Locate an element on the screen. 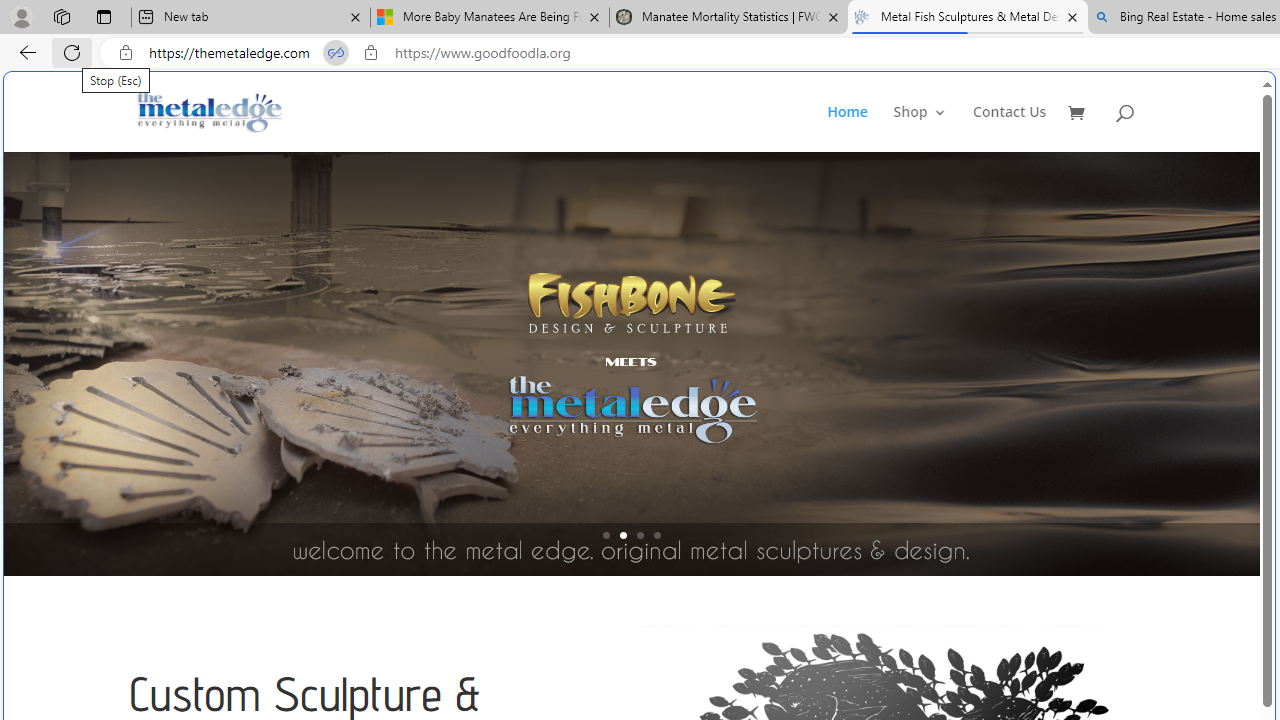 This screenshot has height=720, width=1280. 'Shop3' is located at coordinates (930, 128).